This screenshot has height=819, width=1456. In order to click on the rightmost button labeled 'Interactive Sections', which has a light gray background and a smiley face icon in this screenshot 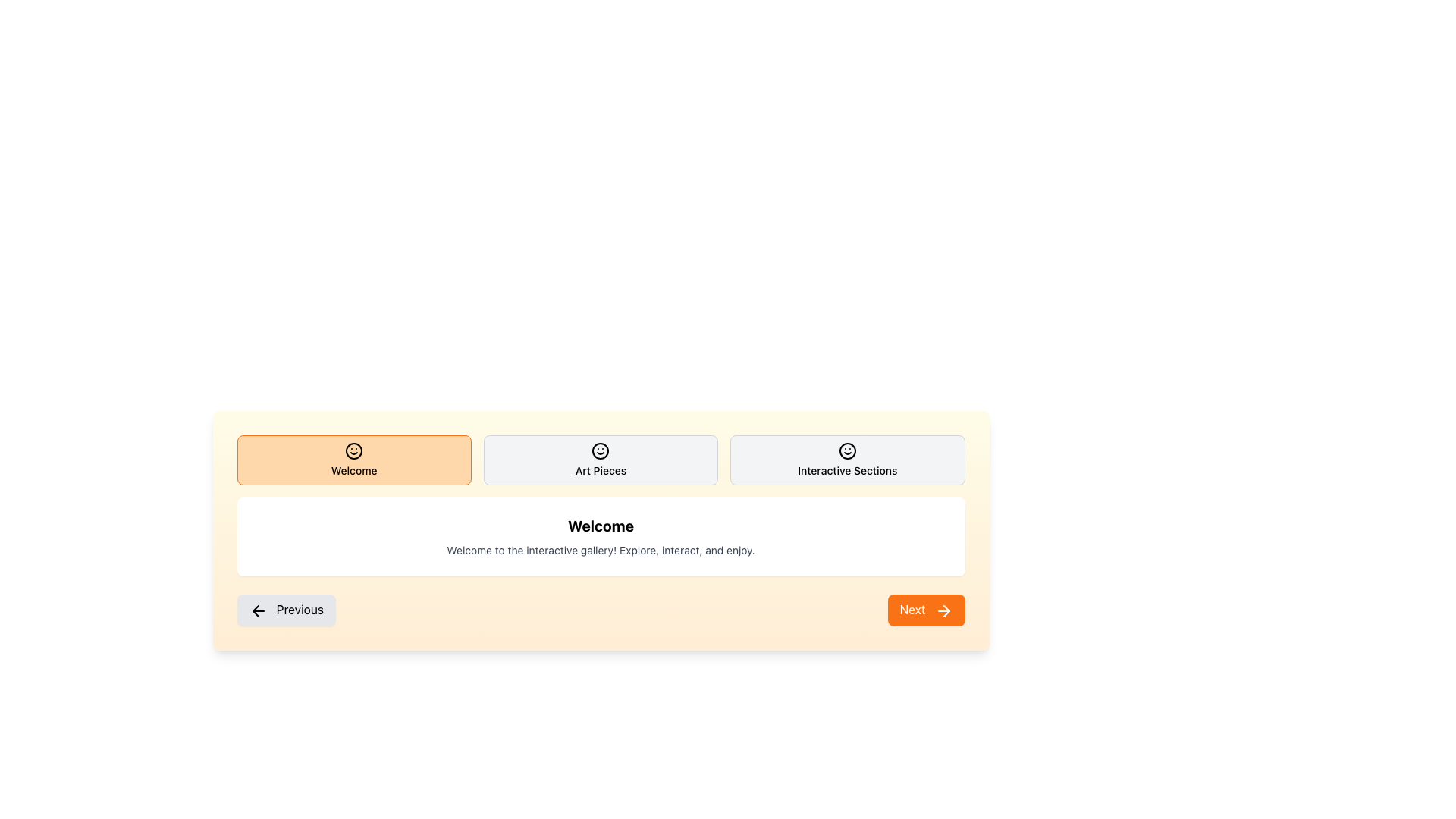, I will do `click(846, 459)`.